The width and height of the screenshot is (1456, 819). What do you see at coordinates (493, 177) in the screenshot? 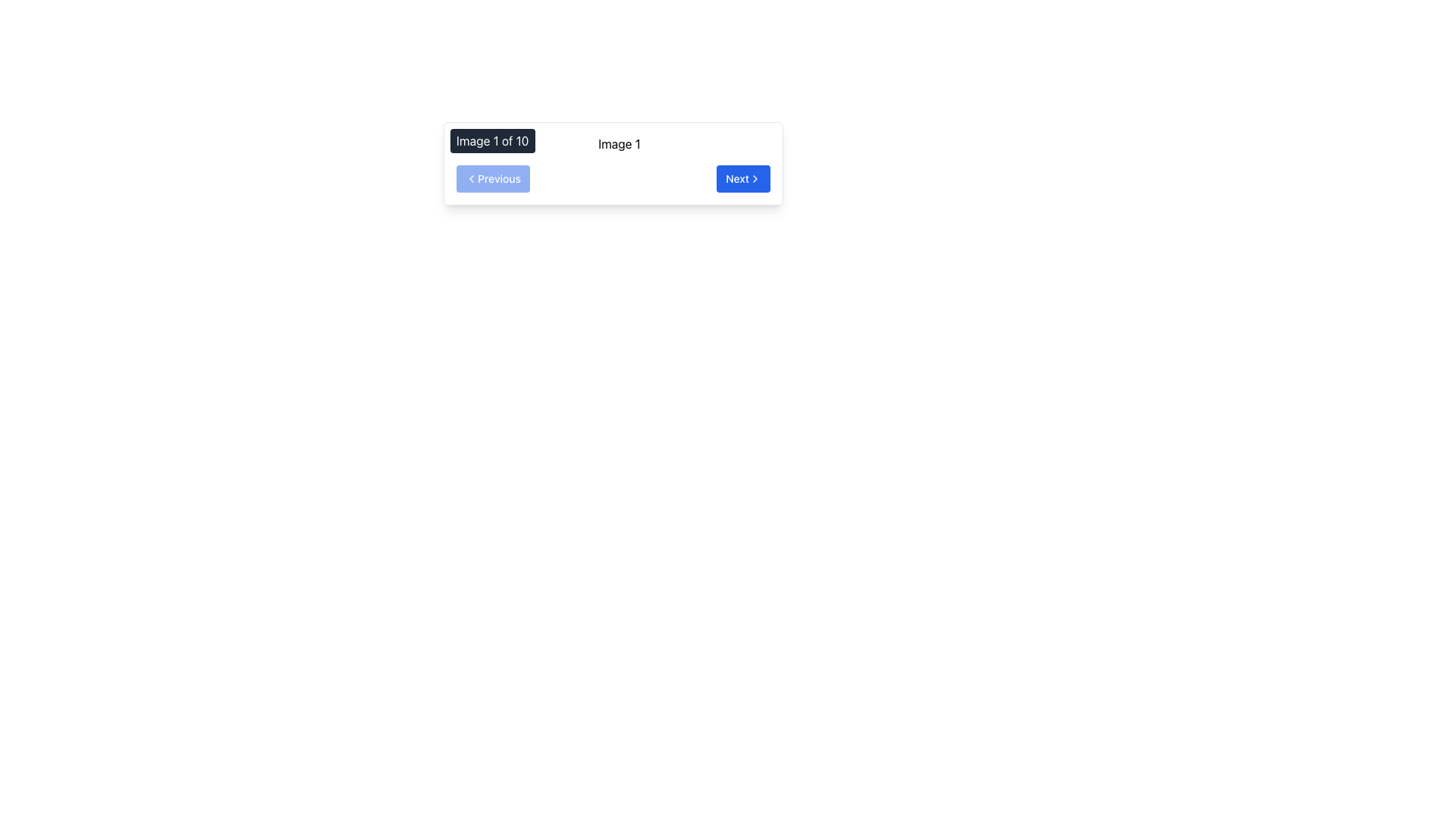
I see `the leftmost navigation button used to move to the previous item in a sequence for keyboard navigation` at bounding box center [493, 177].